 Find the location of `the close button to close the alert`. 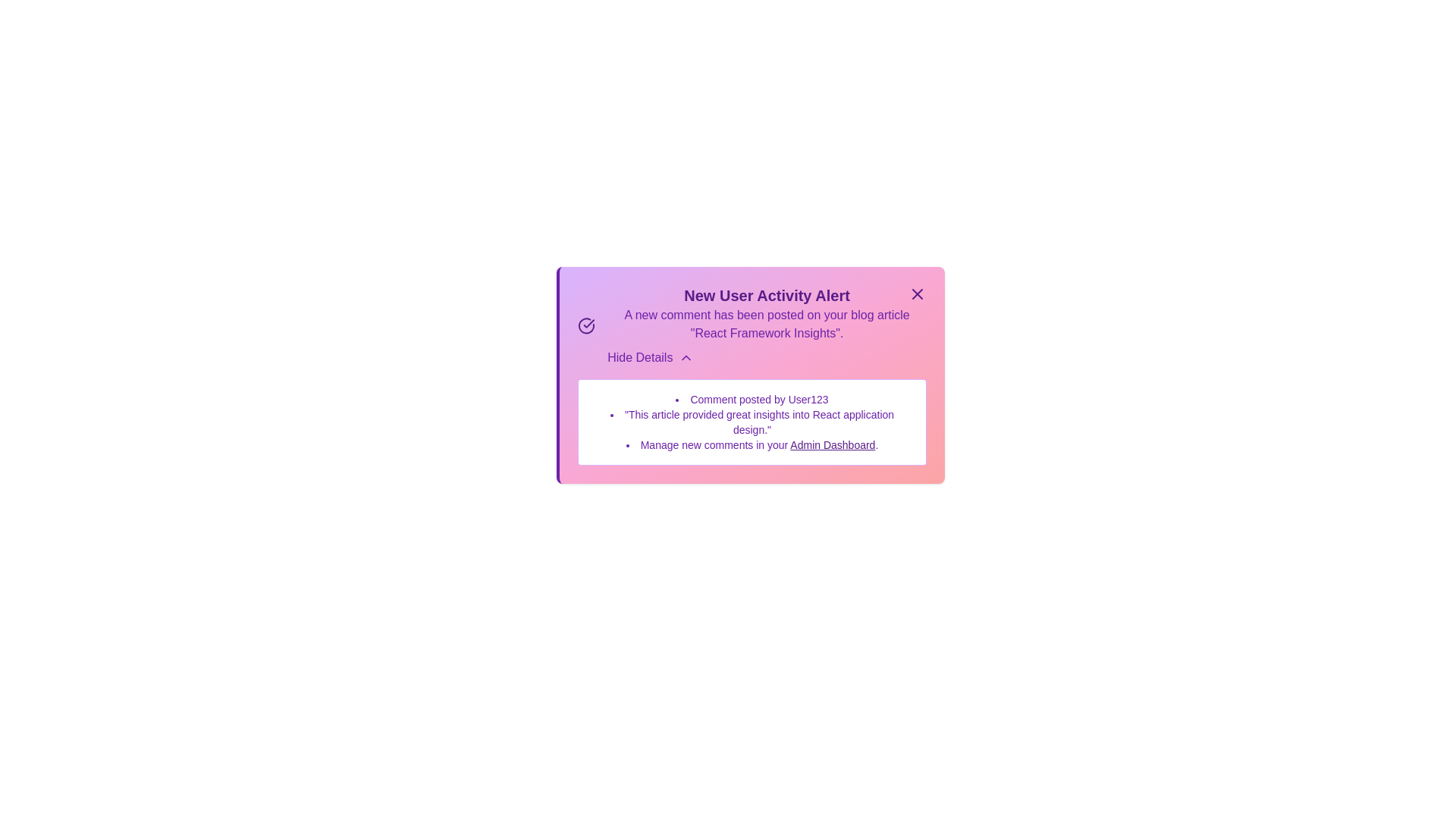

the close button to close the alert is located at coordinates (916, 294).